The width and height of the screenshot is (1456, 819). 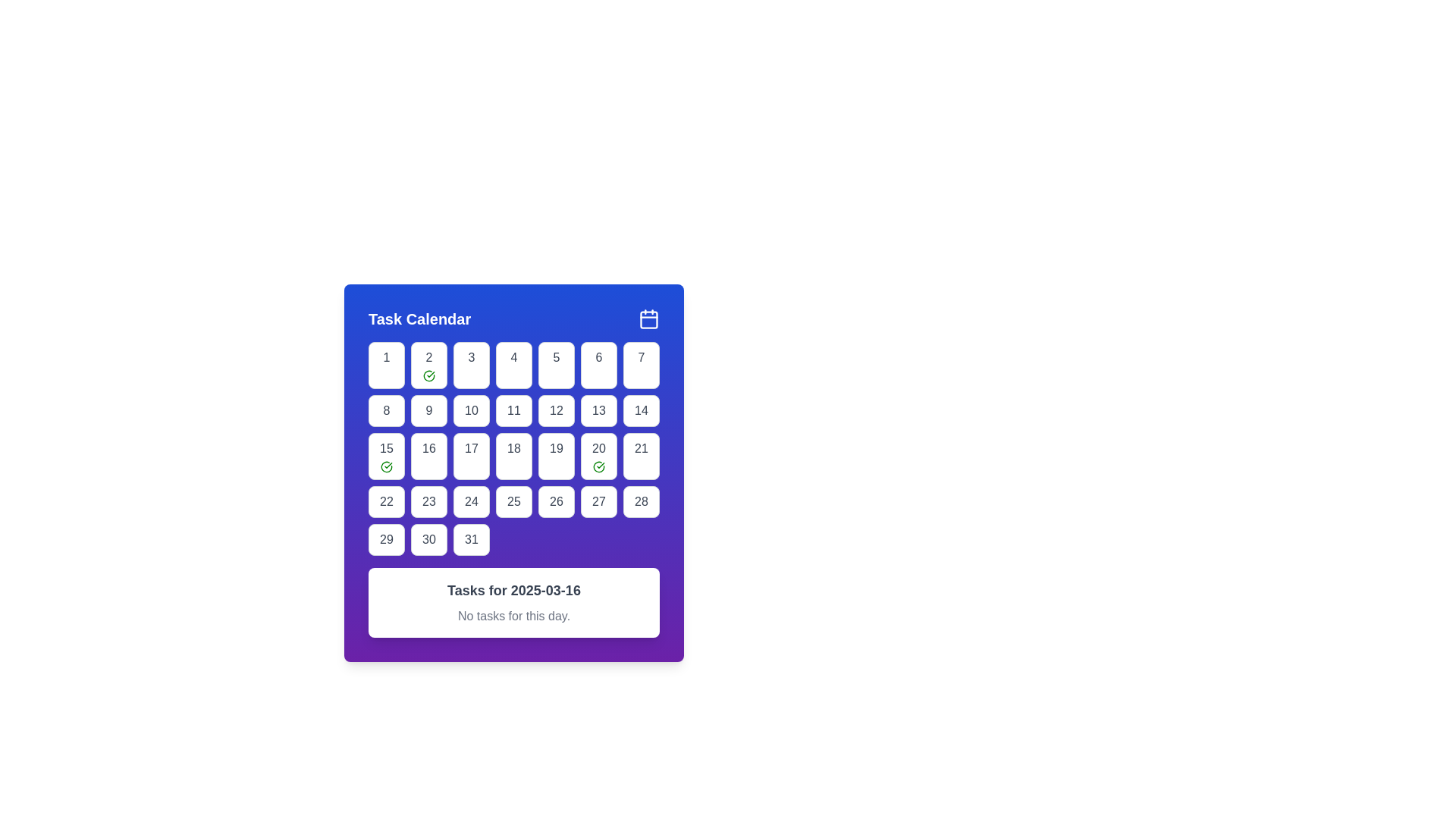 I want to click on the fifth day of the week in the calendar grid, so click(x=556, y=357).